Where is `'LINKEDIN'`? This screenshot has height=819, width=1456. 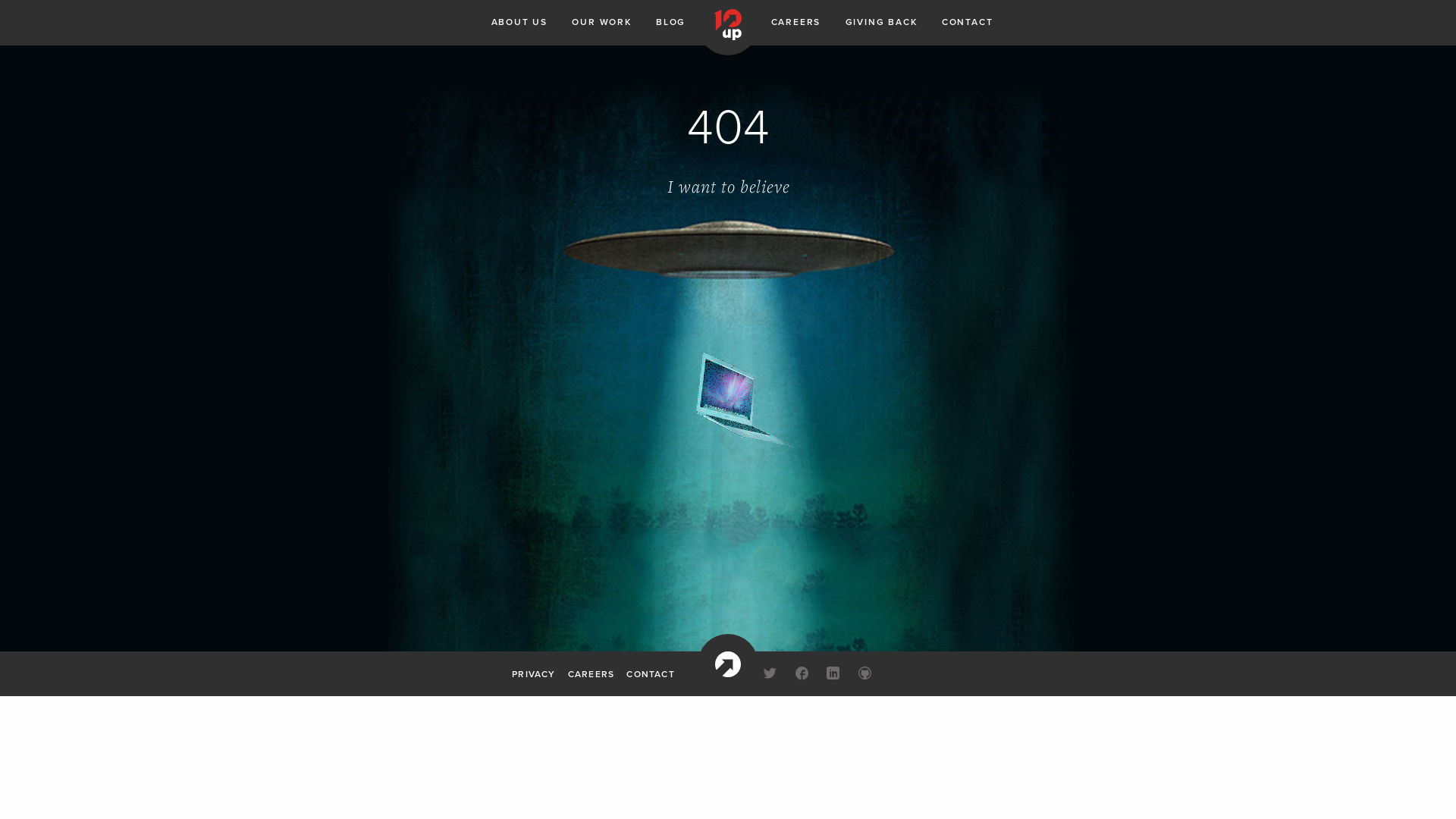 'LINKEDIN' is located at coordinates (833, 674).